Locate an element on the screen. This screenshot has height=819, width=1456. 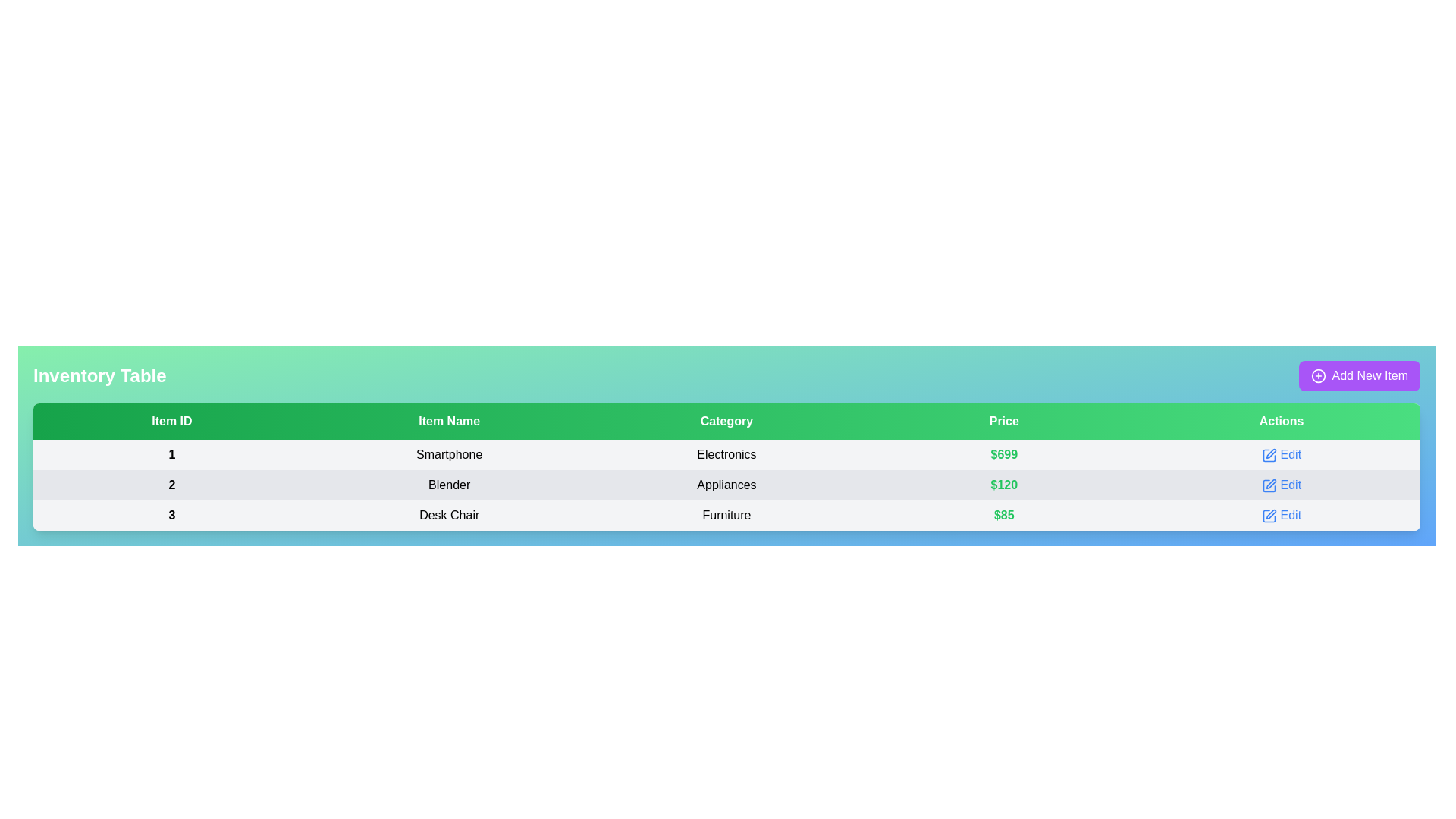
the visual representation of the square-pencil icon in the 'Actions' column of the first row of the table, which corresponds to the item with ID 1 ('Smartphone') is located at coordinates (1269, 454).